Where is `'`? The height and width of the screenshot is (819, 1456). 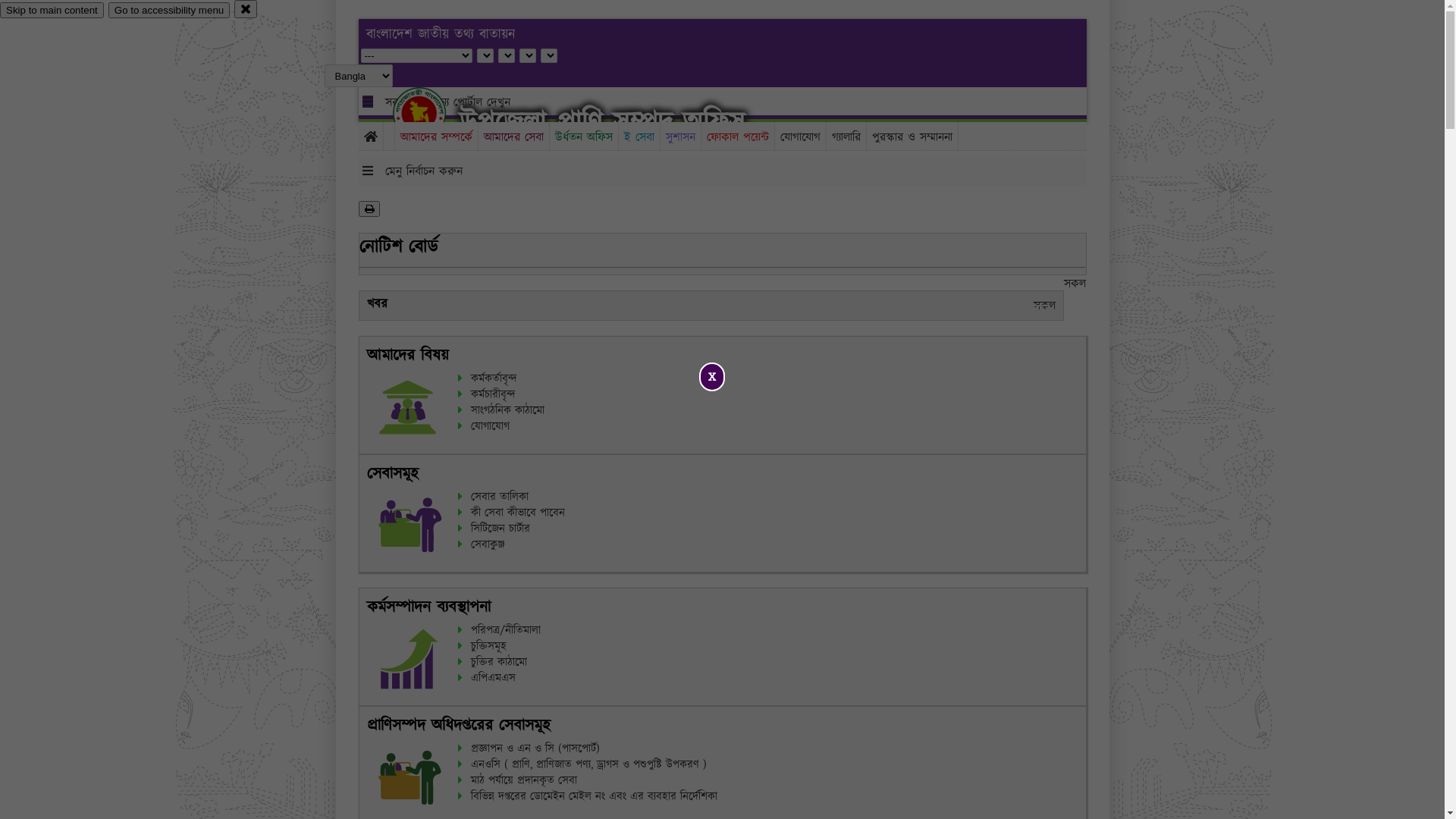
' is located at coordinates (431, 112).